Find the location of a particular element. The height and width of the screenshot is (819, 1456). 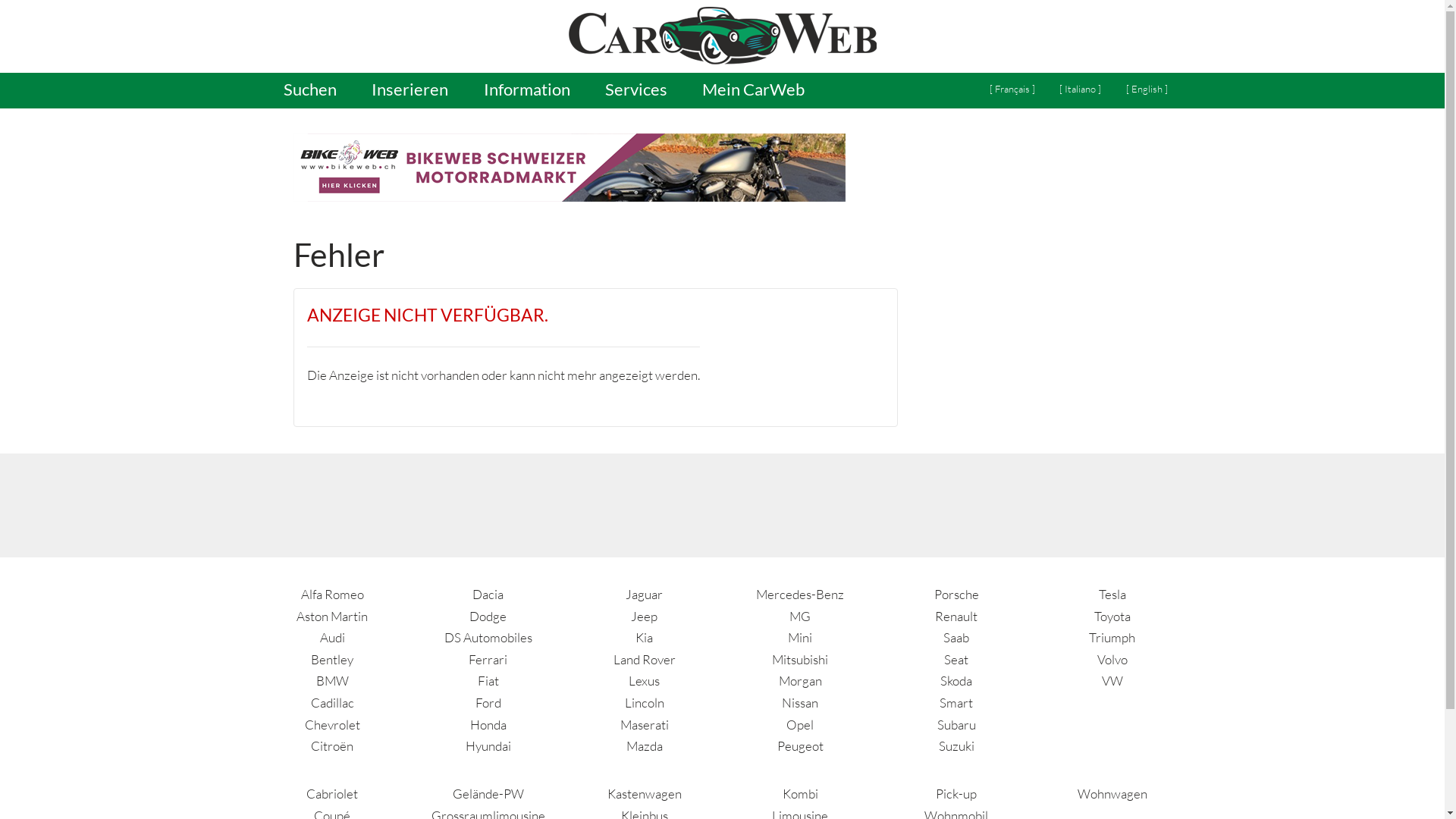

'Triumph' is located at coordinates (1112, 637).